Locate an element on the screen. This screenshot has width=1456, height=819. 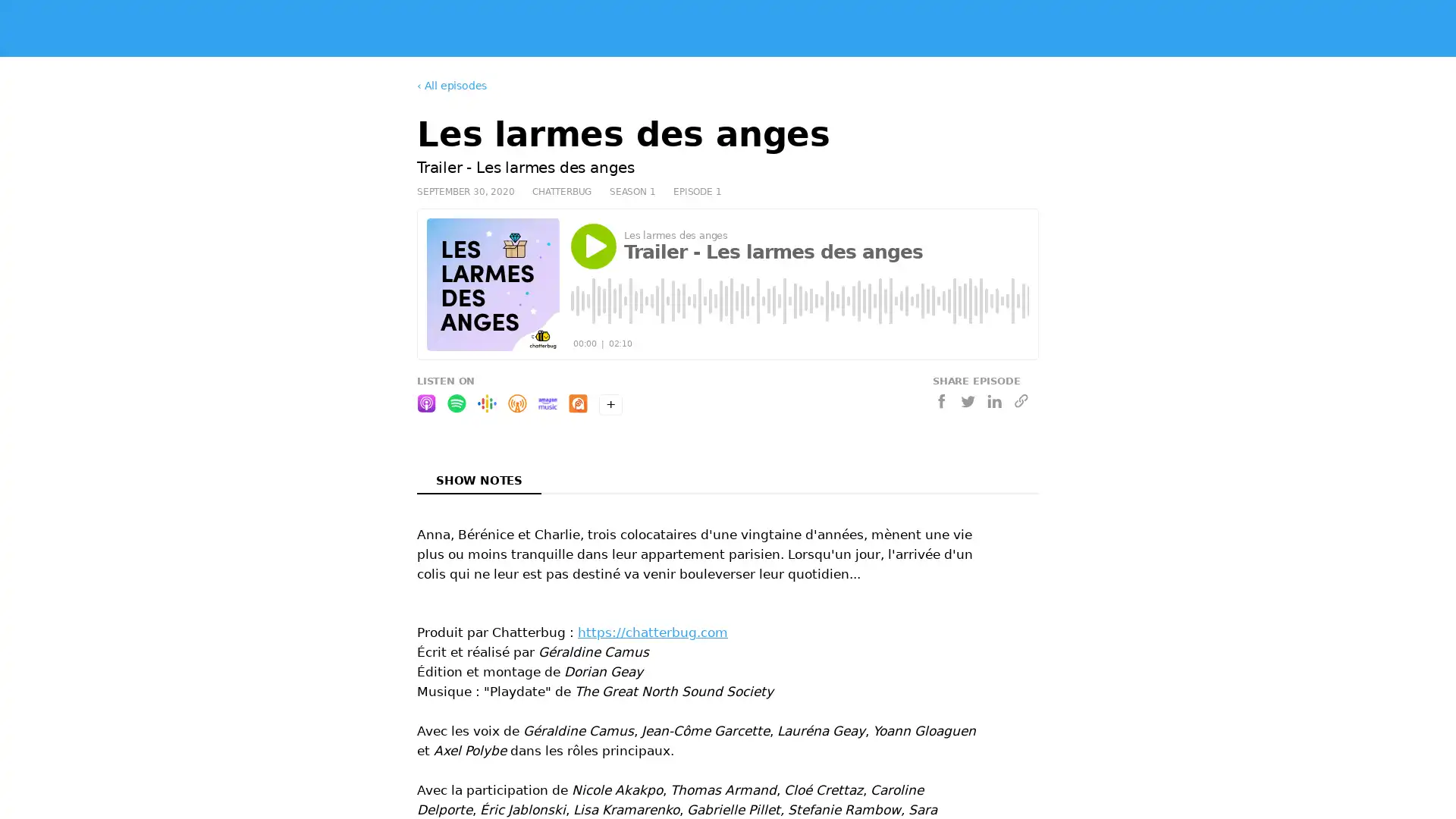
Play is located at coordinates (592, 245).